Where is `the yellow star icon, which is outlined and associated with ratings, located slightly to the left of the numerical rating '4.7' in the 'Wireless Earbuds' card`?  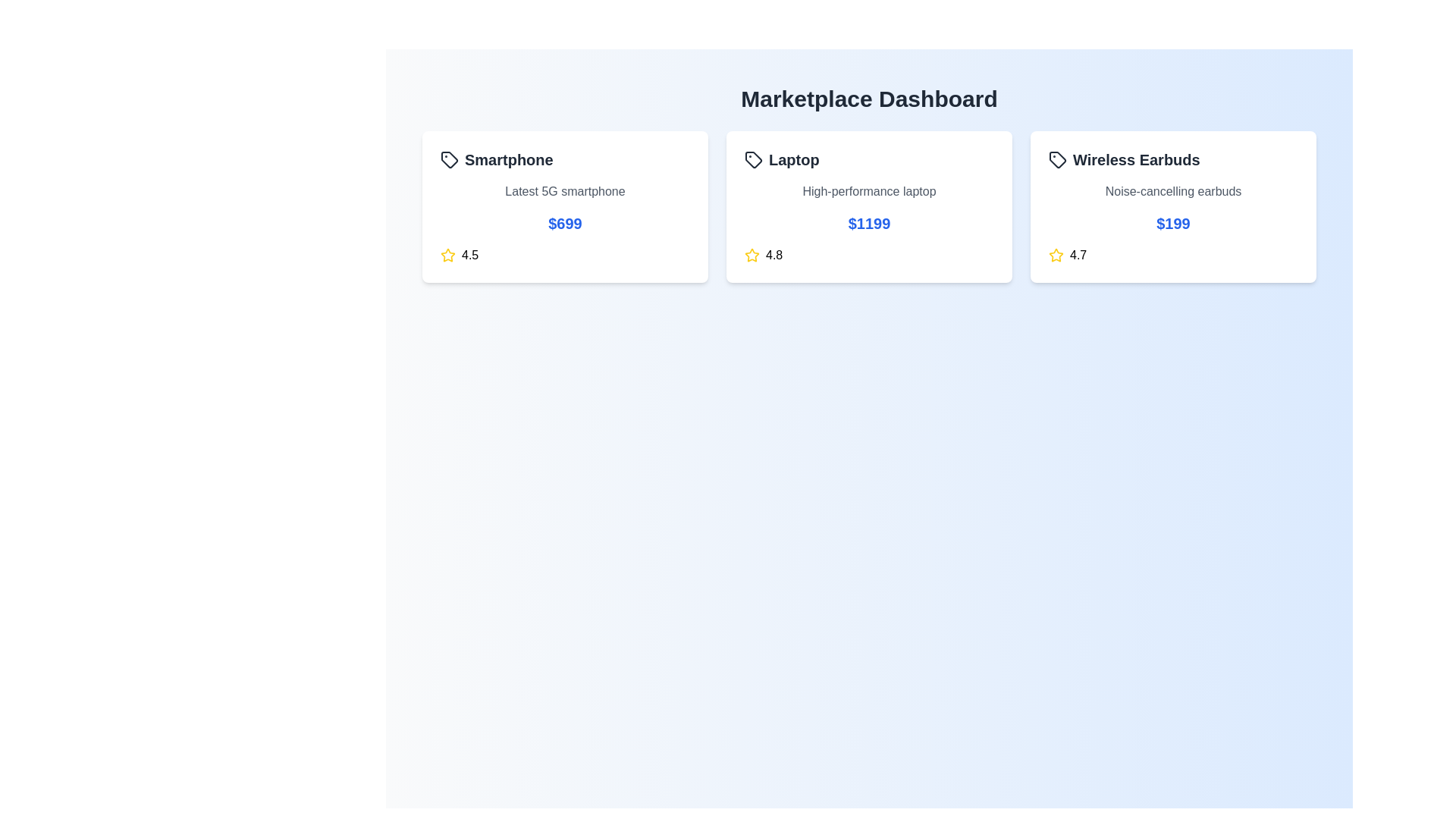
the yellow star icon, which is outlined and associated with ratings, located slightly to the left of the numerical rating '4.7' in the 'Wireless Earbuds' card is located at coordinates (1055, 254).